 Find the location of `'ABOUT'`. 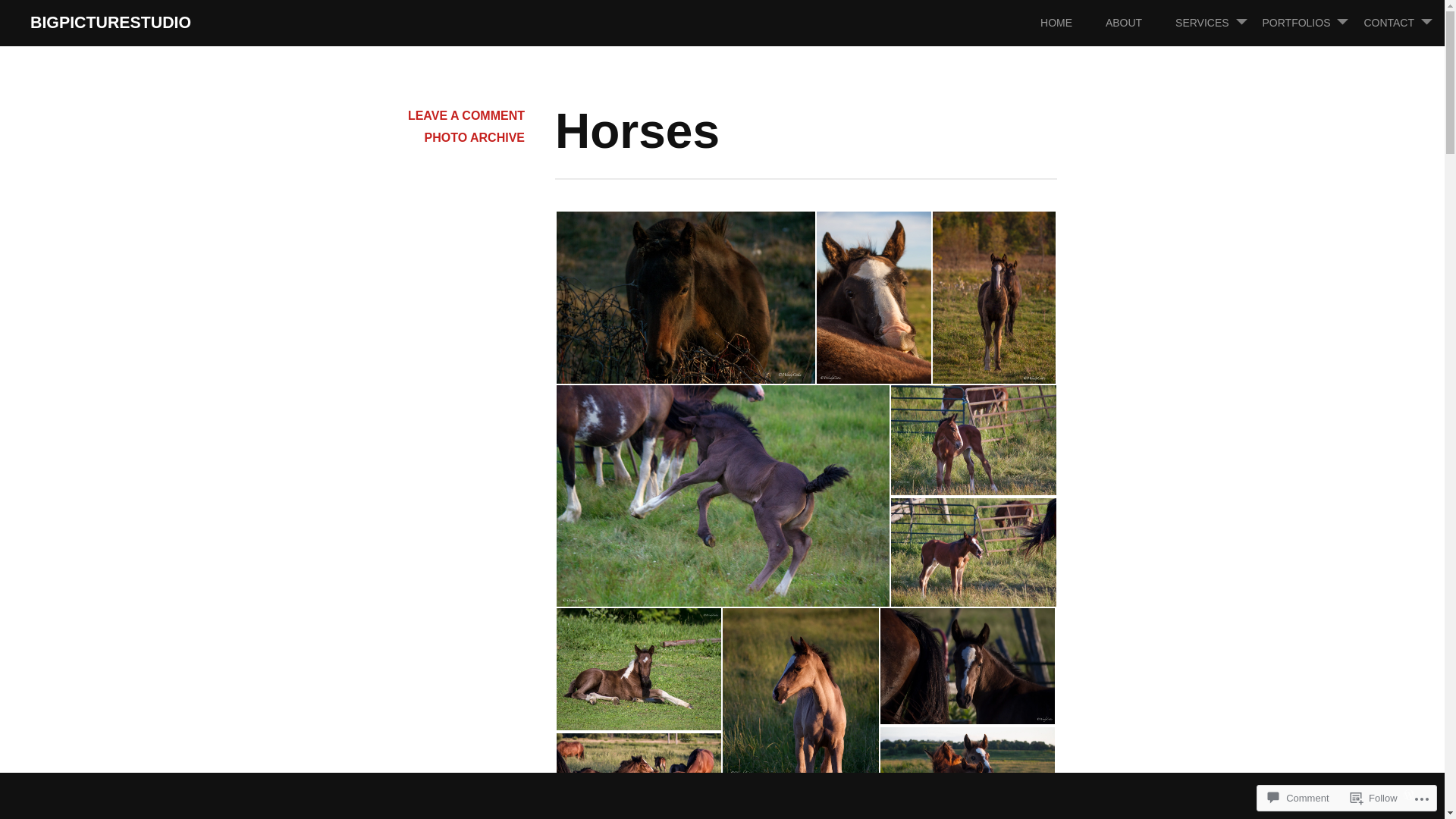

'ABOUT' is located at coordinates (1106, 23).